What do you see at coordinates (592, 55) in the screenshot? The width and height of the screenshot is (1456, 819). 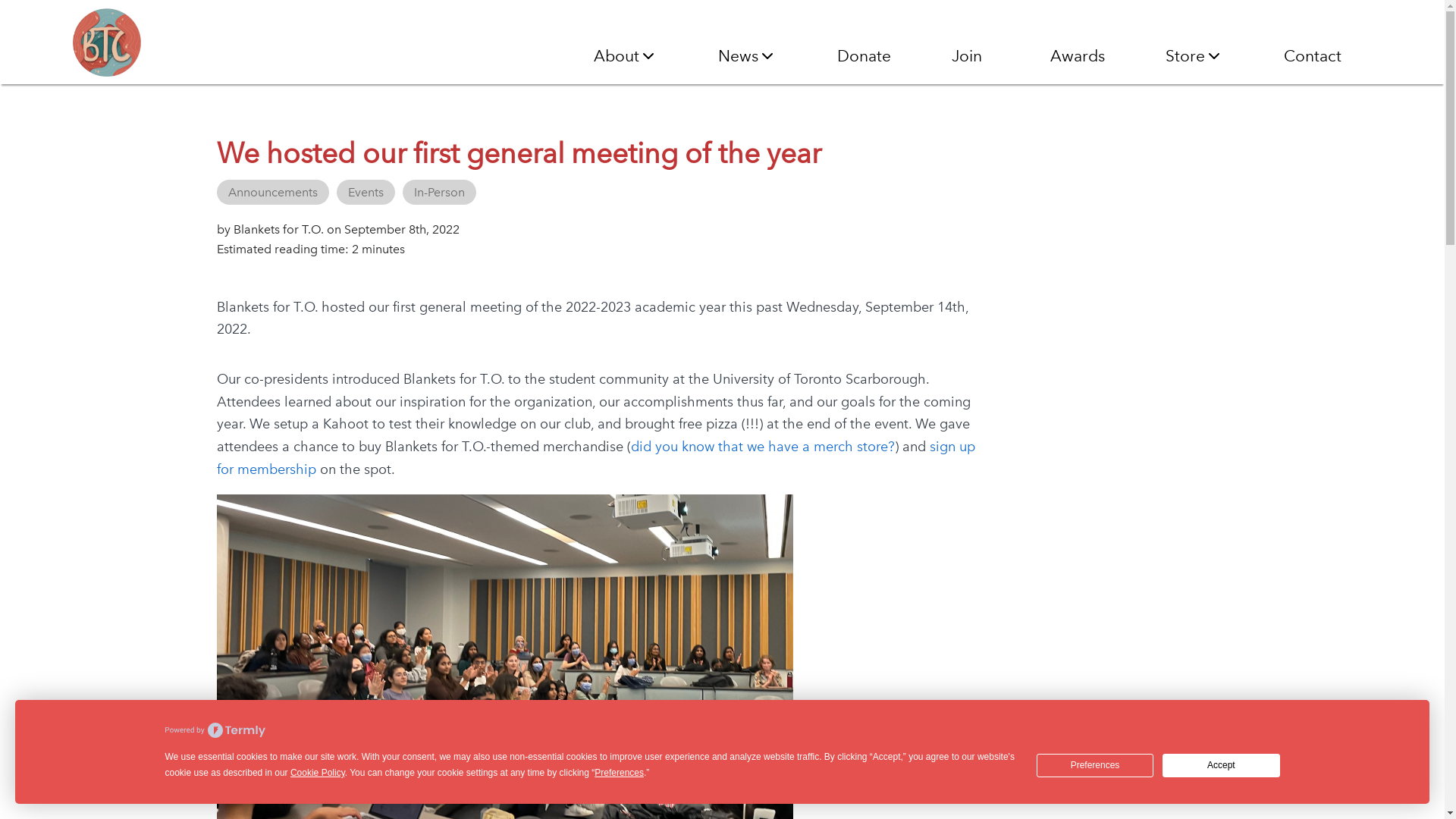 I see `'About'` at bounding box center [592, 55].